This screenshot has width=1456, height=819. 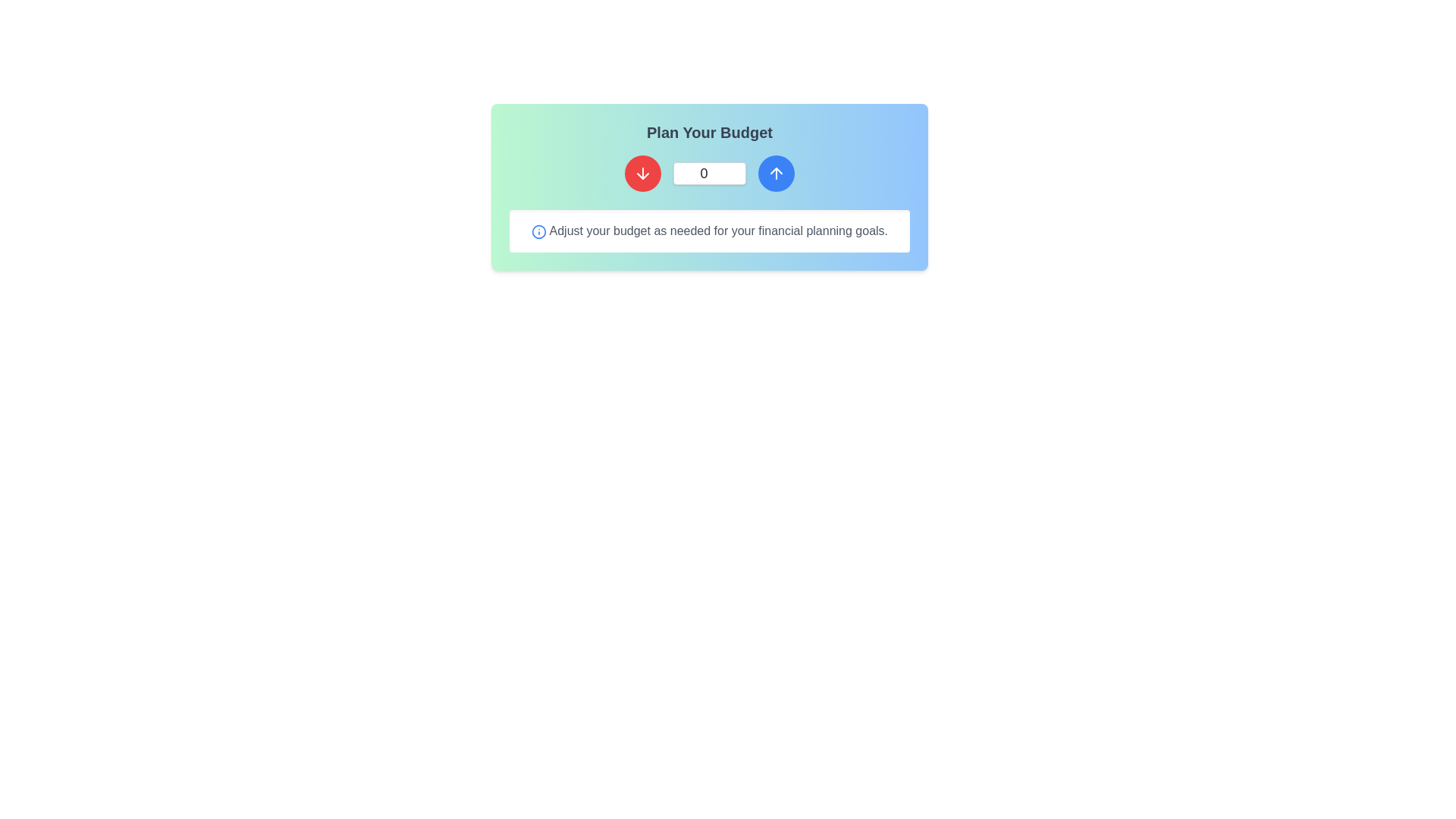 I want to click on the informational icon that indicates additional context about the budgeting feature, positioned to the left of the text 'Adjust your budget as needed for your financial planning goals.', so click(x=538, y=231).